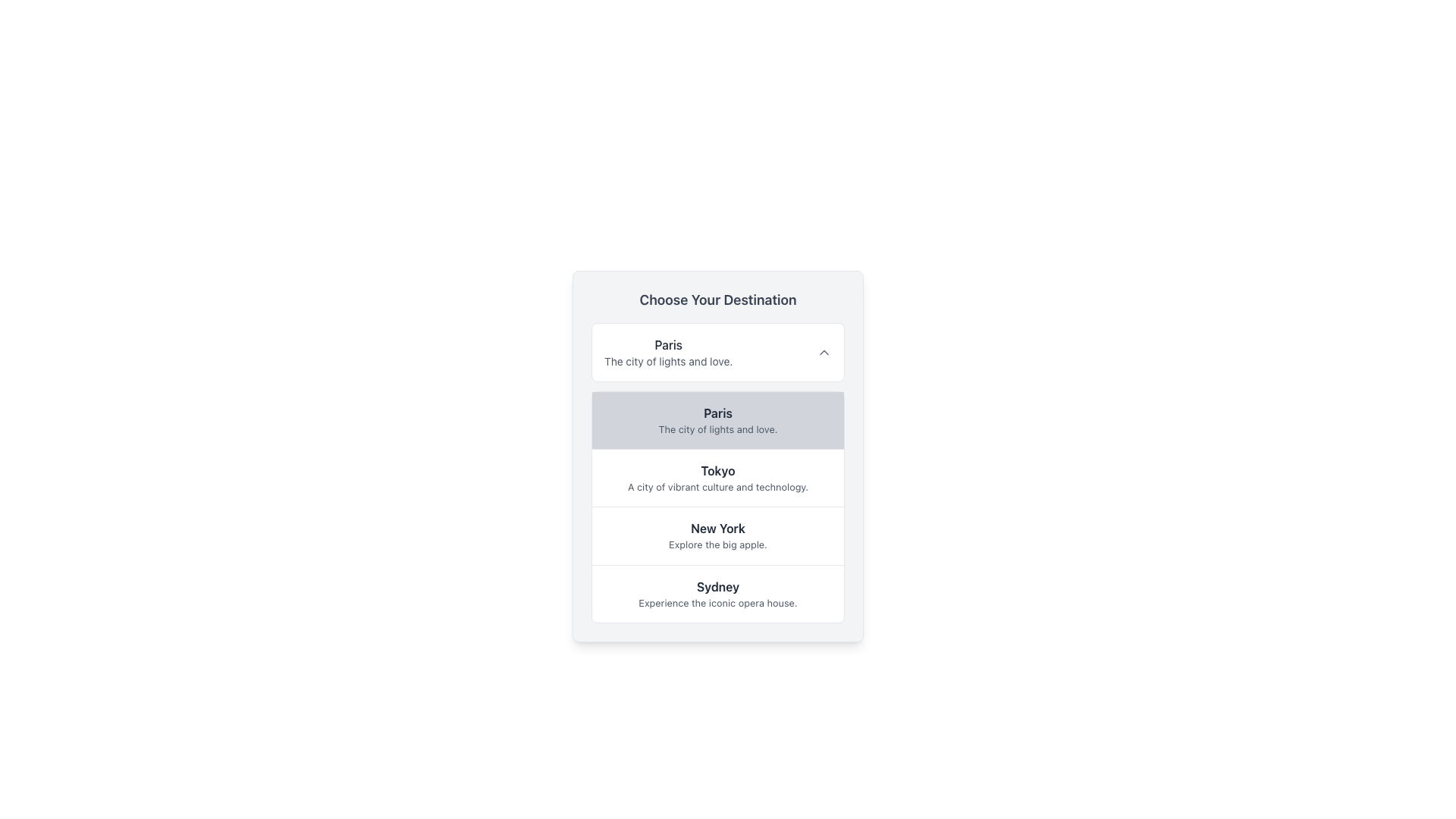 This screenshot has width=1456, height=819. Describe the element at coordinates (717, 601) in the screenshot. I see `the descriptive text label for the 'Sydney' destination, which is located directly below the 'Sydney' text in the destination selection card` at that location.